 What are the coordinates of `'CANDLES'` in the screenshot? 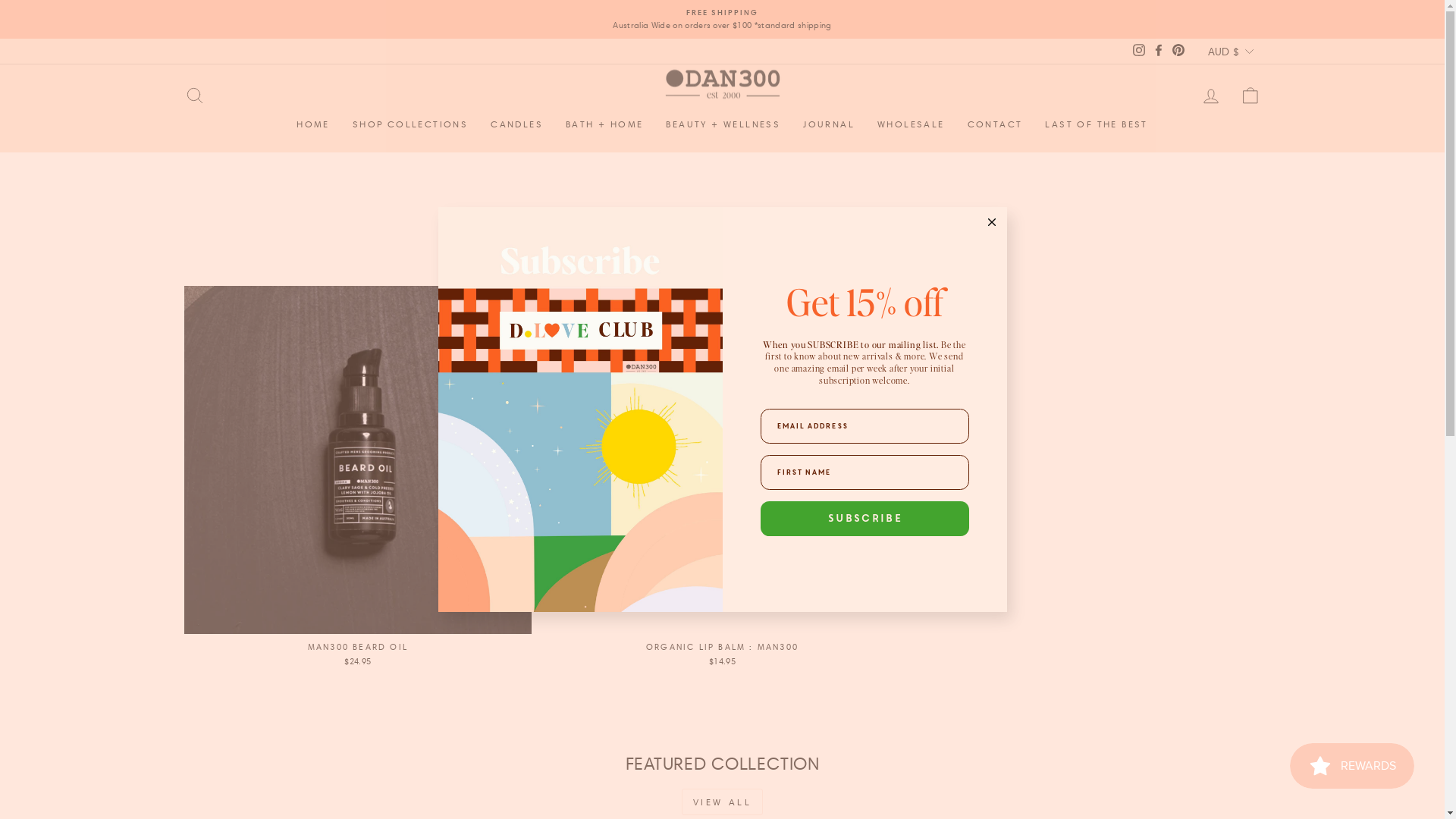 It's located at (516, 124).